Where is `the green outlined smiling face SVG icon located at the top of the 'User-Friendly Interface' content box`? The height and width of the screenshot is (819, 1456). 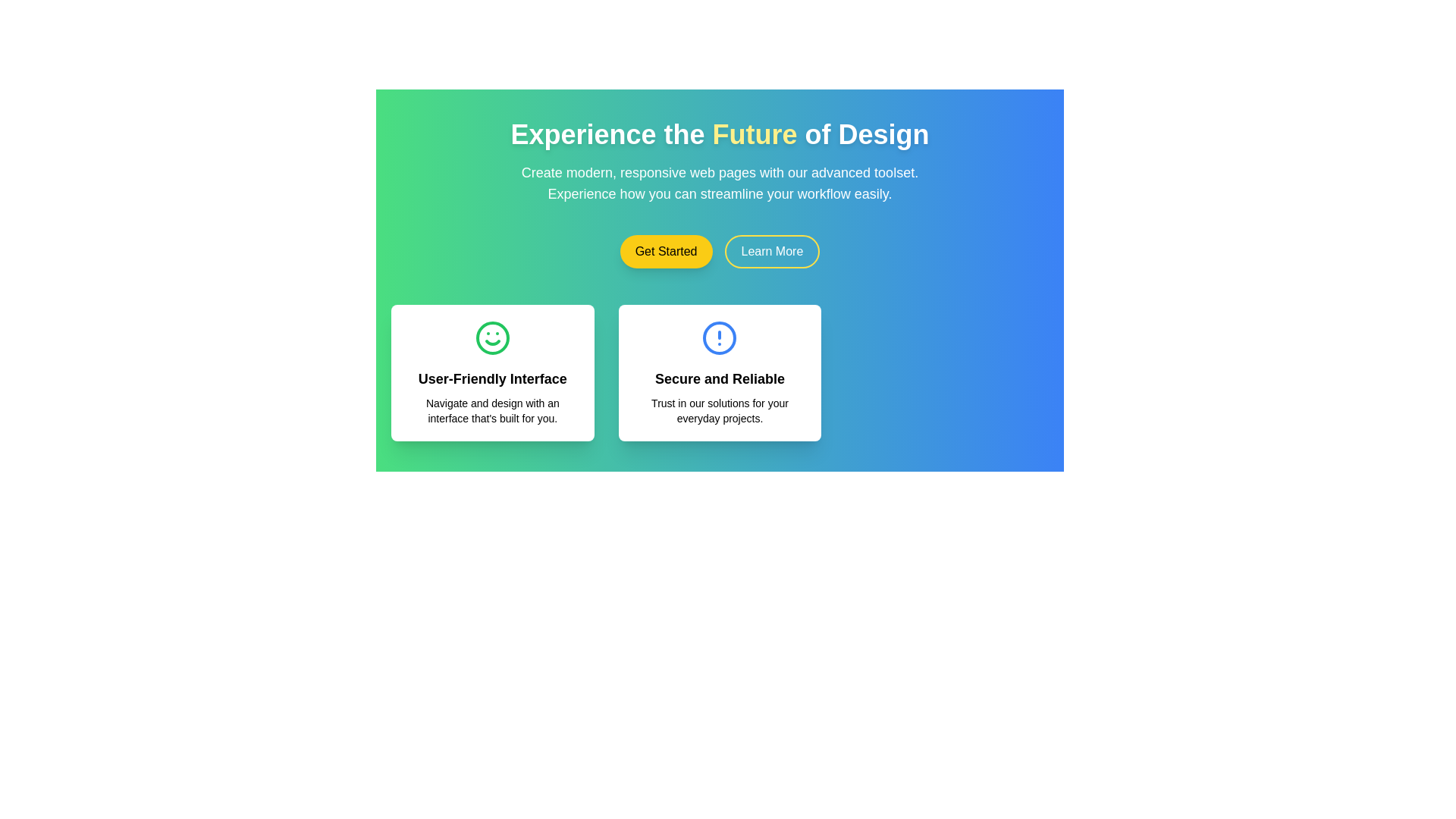
the green outlined smiling face SVG icon located at the top of the 'User-Friendly Interface' content box is located at coordinates (492, 337).